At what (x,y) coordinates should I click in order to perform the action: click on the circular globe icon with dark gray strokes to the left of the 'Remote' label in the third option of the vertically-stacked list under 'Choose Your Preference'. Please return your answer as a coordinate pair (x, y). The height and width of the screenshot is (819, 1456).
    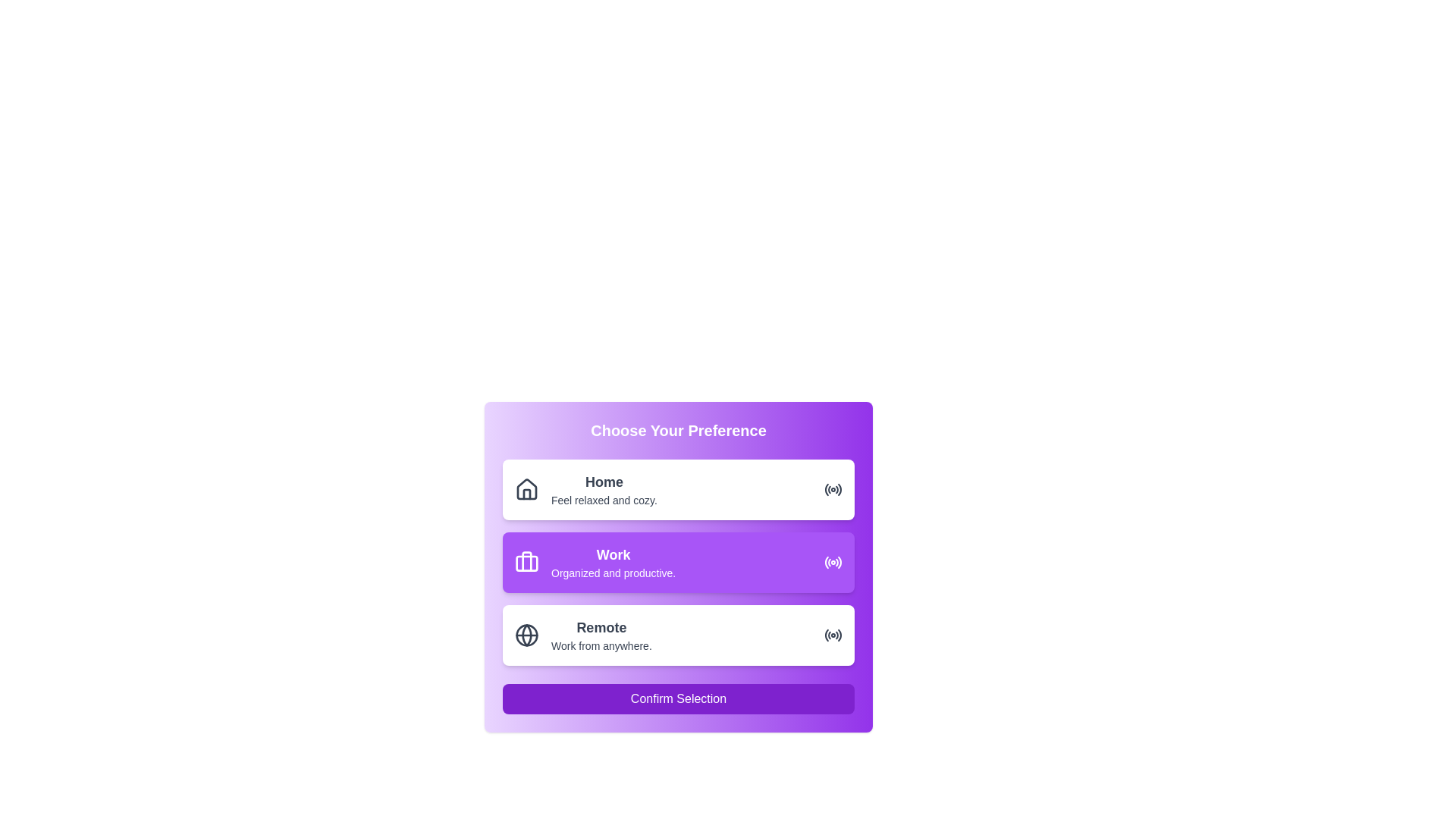
    Looking at the image, I should click on (527, 635).